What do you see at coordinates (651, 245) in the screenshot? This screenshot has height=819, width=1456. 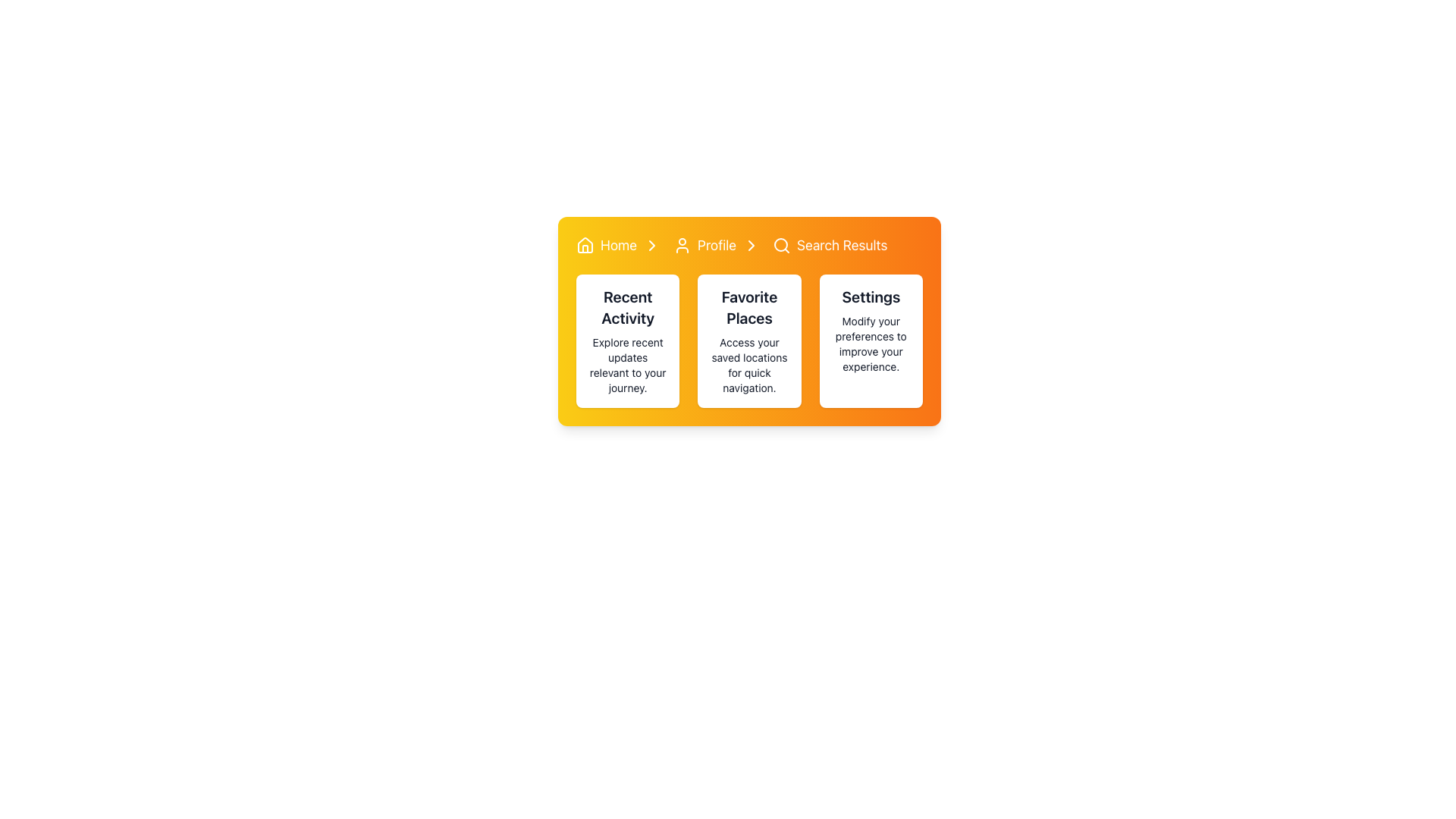 I see `the Chevron Icon in the breadcrumb navigation bar, which separates the 'Profile' and 'Search Results' sections` at bounding box center [651, 245].